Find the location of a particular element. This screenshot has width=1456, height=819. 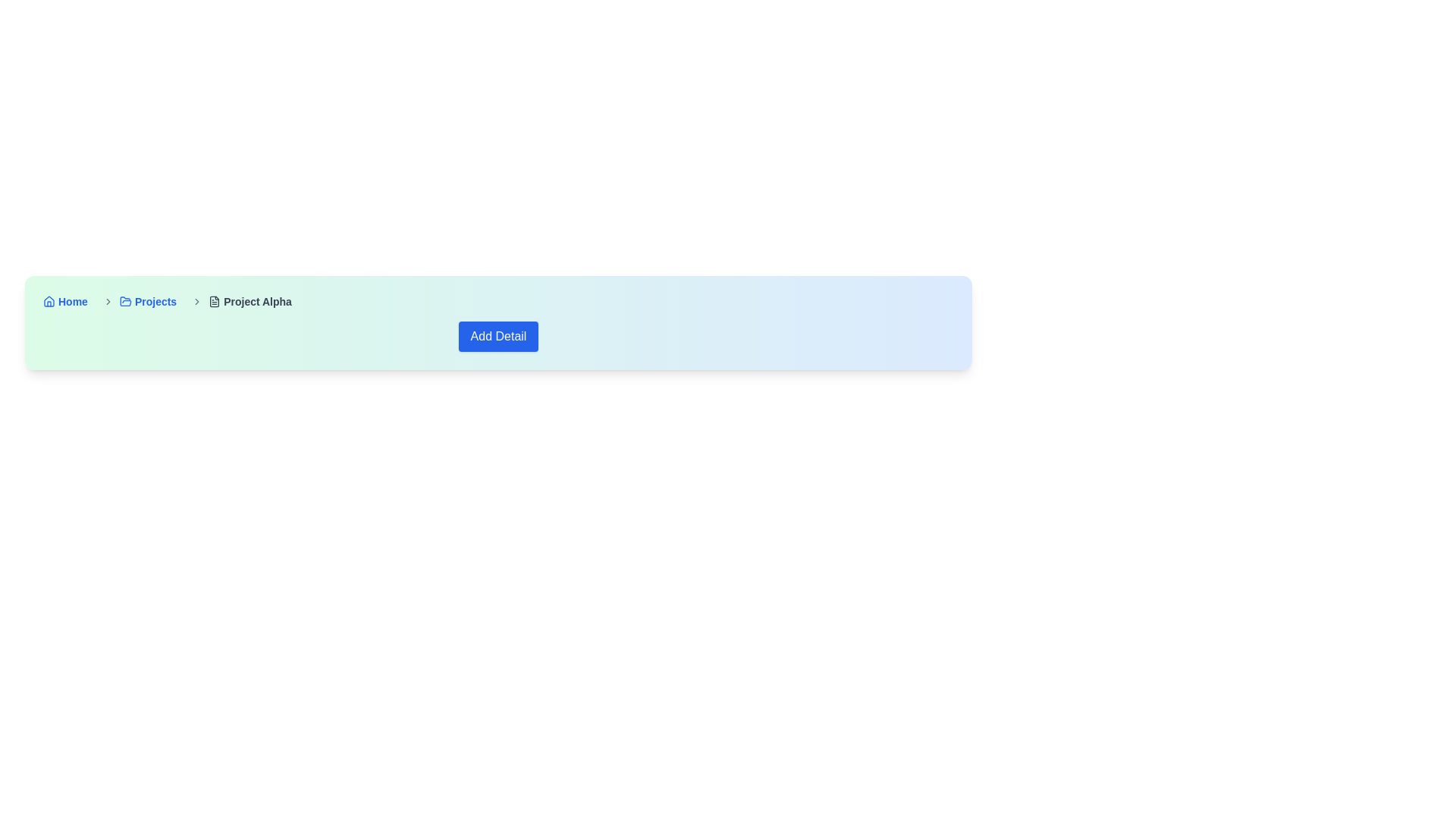

the SVG icon representing an open folder in the breadcrumb navigation, which is styled with a blue outline and positioned between the home icon and the text 'Projects' is located at coordinates (125, 301).